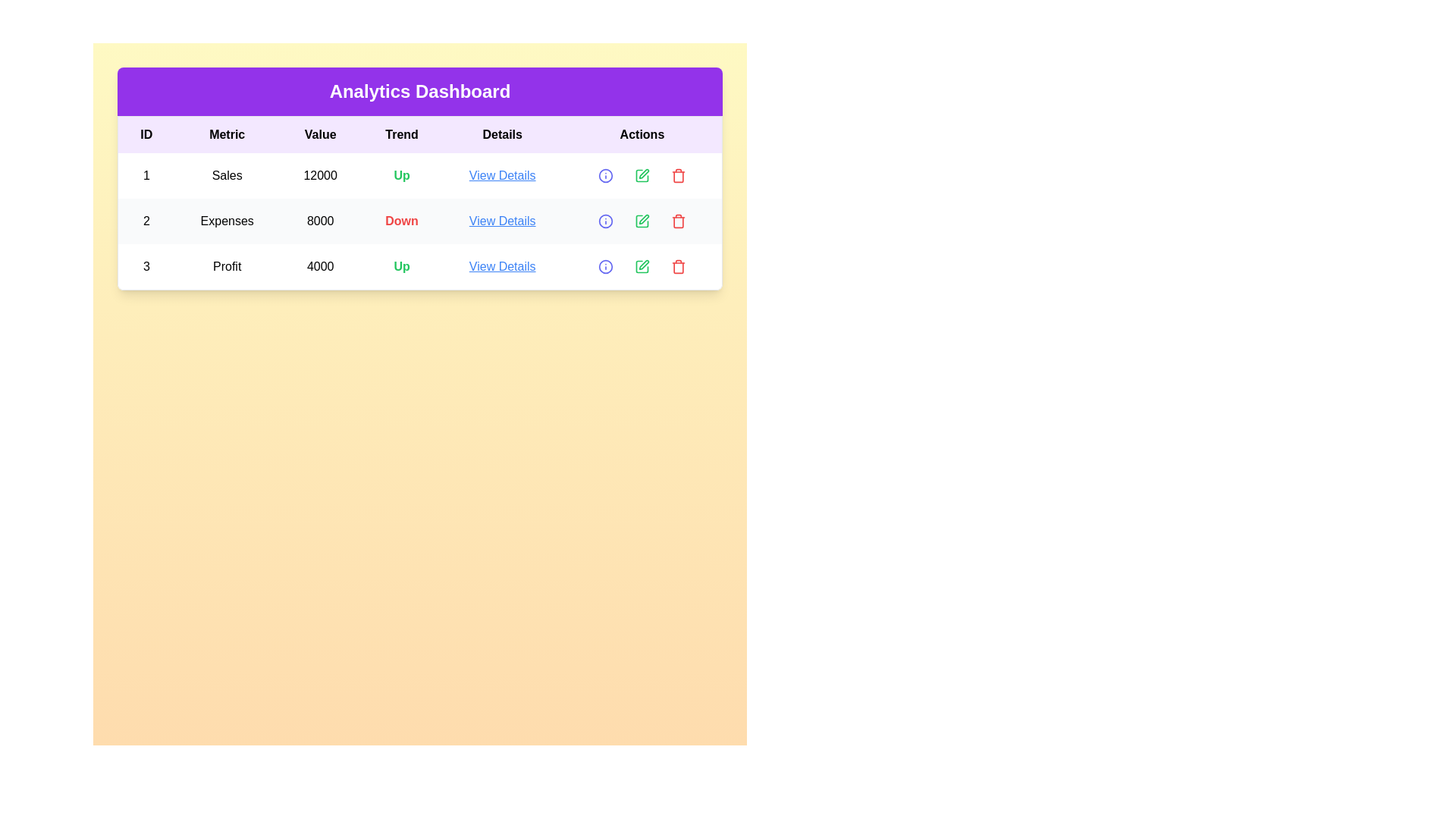  Describe the element at coordinates (146, 221) in the screenshot. I see `the text label displaying the number '2' in the leftmost column of the second row of the table under the 'ID' header` at that location.